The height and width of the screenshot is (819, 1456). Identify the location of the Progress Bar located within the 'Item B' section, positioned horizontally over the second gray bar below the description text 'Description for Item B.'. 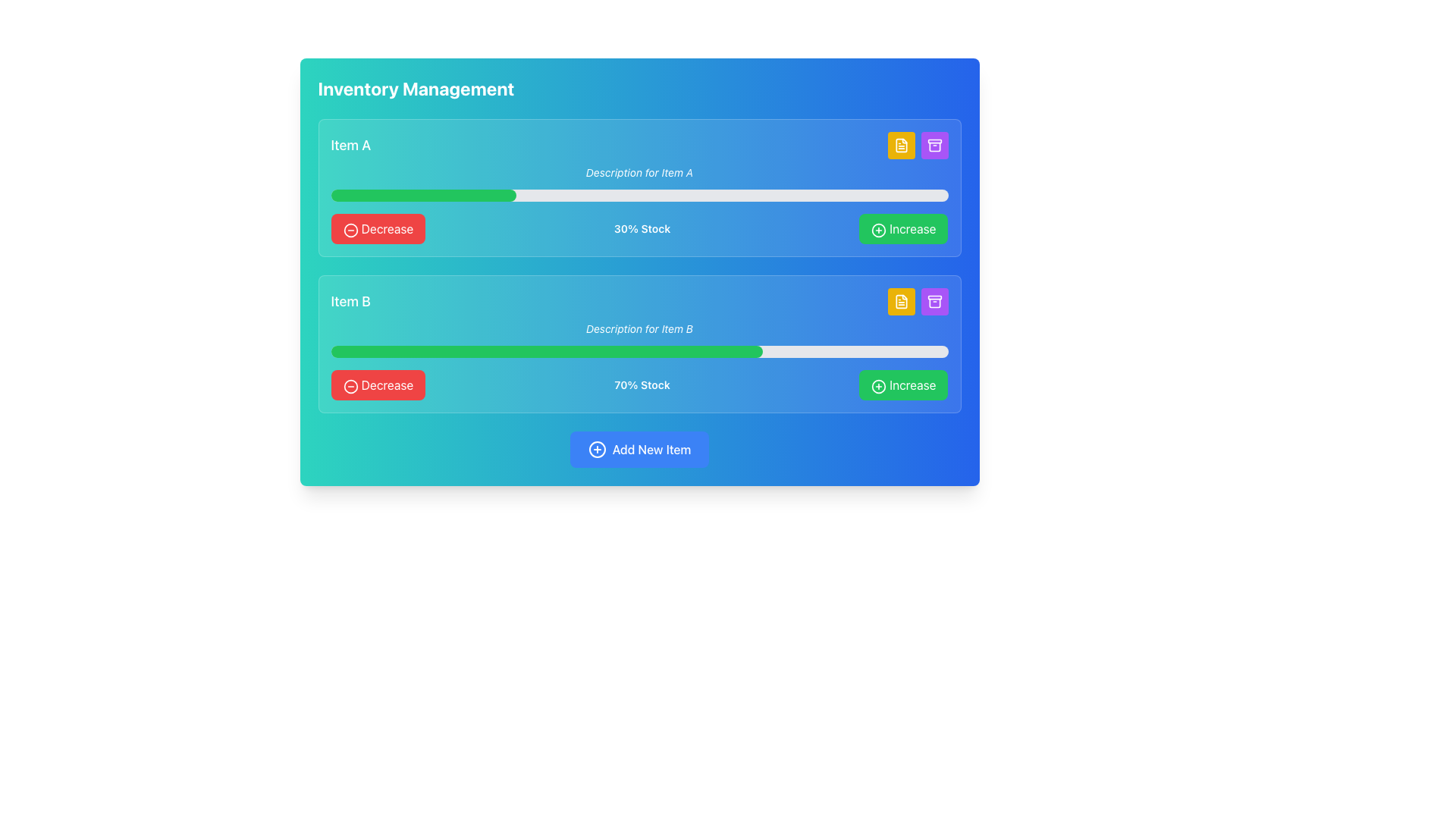
(546, 351).